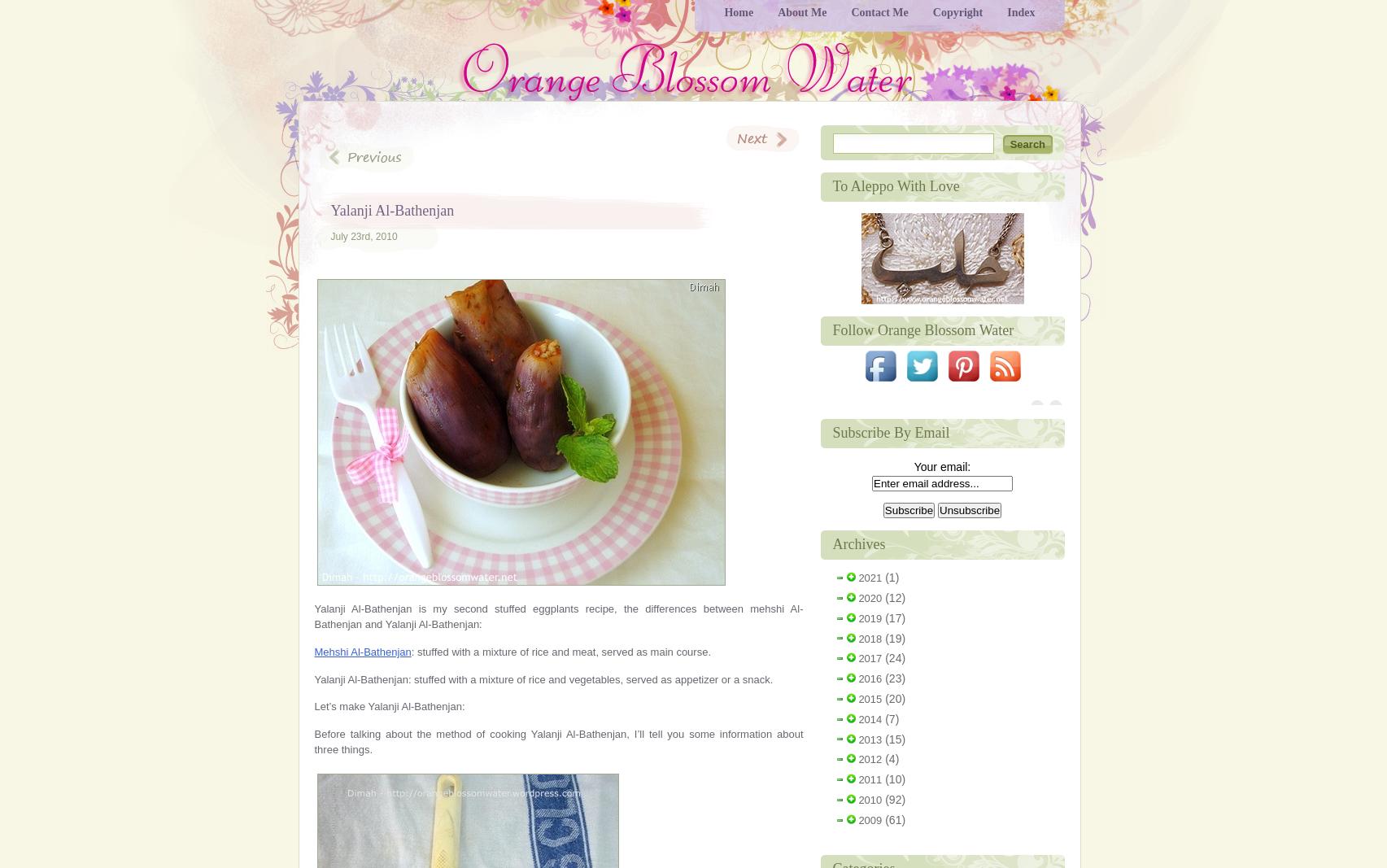 The height and width of the screenshot is (868, 1387). What do you see at coordinates (892, 595) in the screenshot?
I see `'(12)'` at bounding box center [892, 595].